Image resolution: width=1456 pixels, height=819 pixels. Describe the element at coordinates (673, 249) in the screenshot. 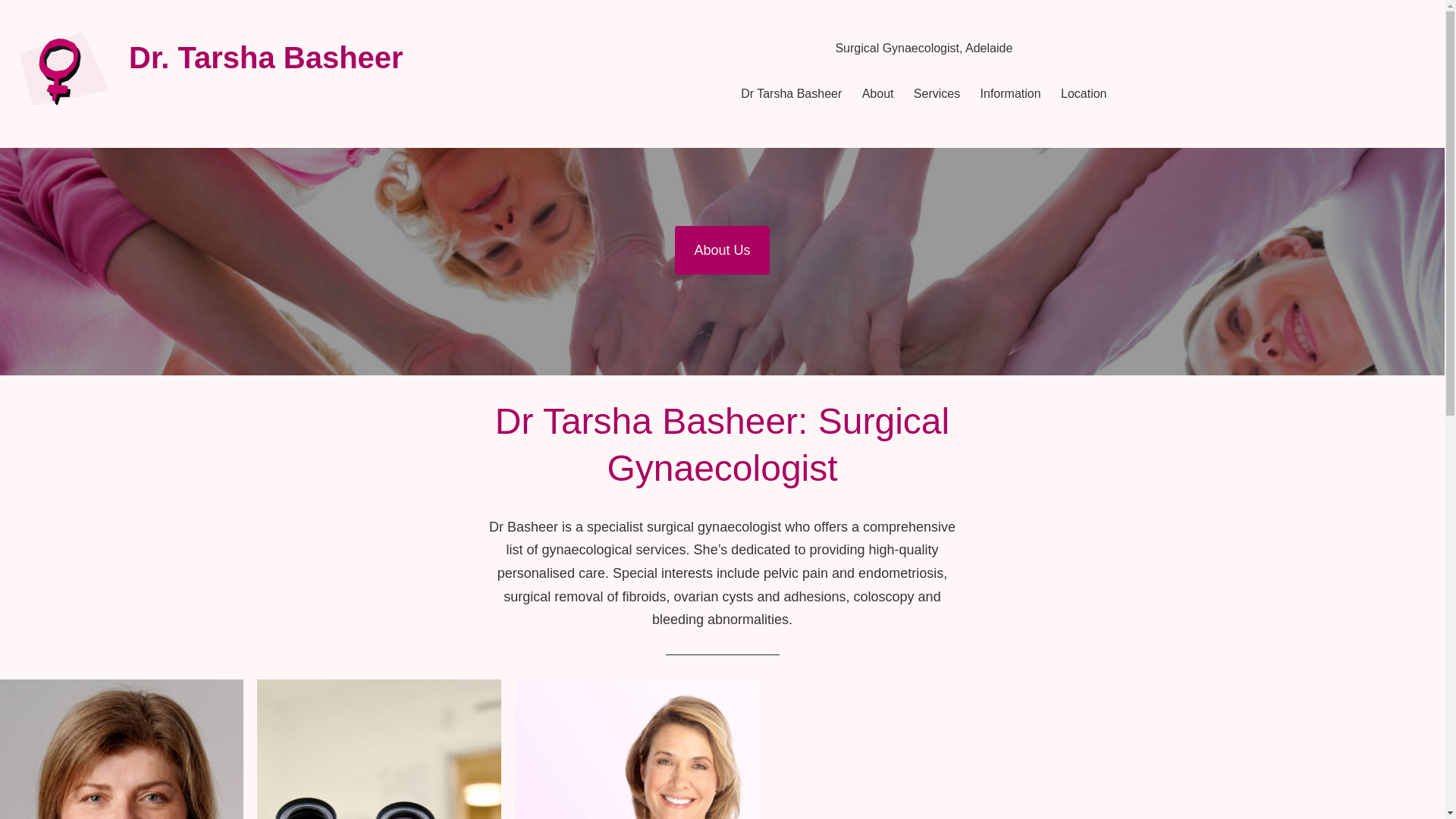

I see `'About Us'` at that location.